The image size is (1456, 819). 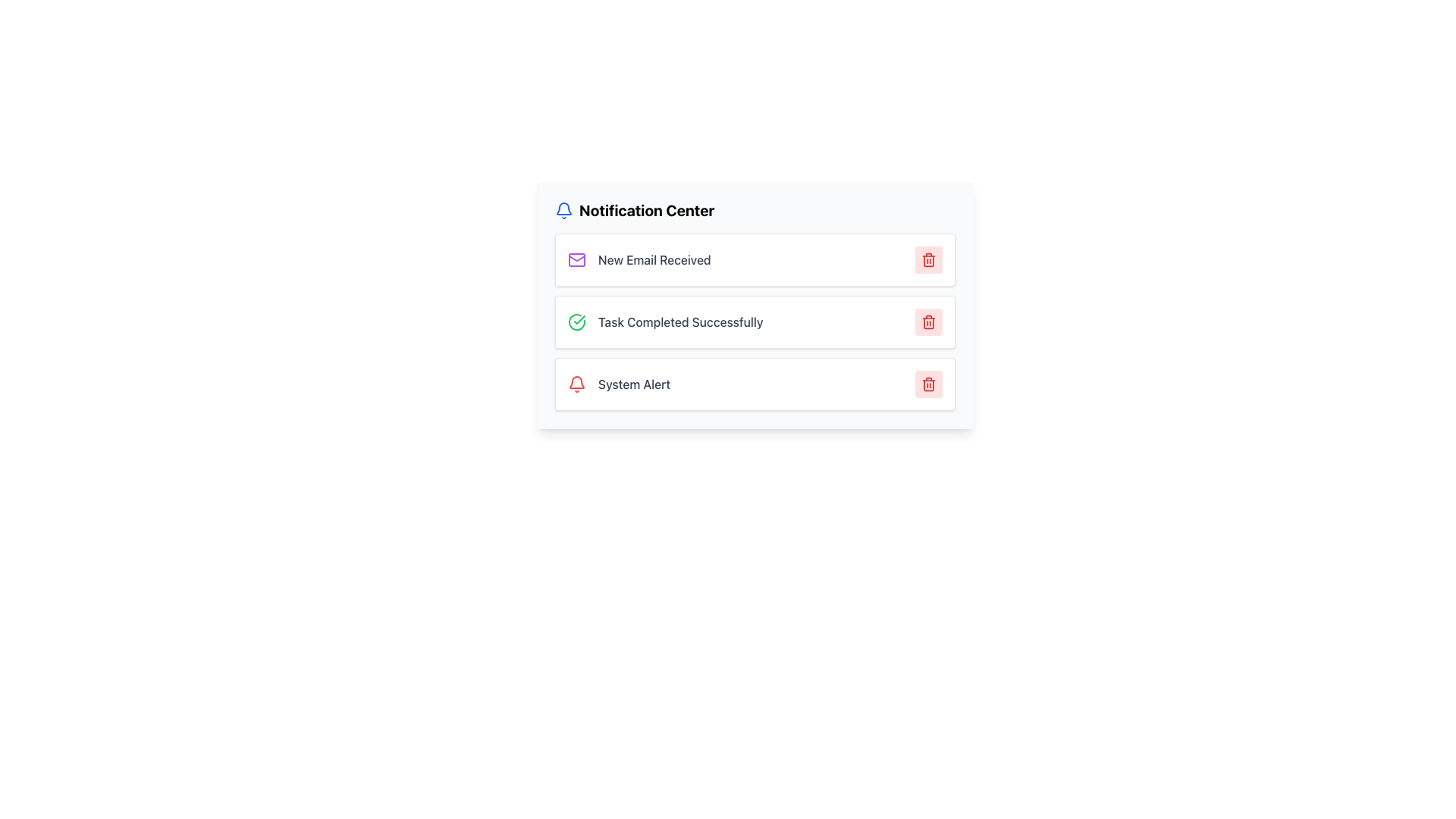 What do you see at coordinates (579, 318) in the screenshot?
I see `the checkmark icon indicating successful completion of a task within the 'Task Completed Successfully' notification row` at bounding box center [579, 318].